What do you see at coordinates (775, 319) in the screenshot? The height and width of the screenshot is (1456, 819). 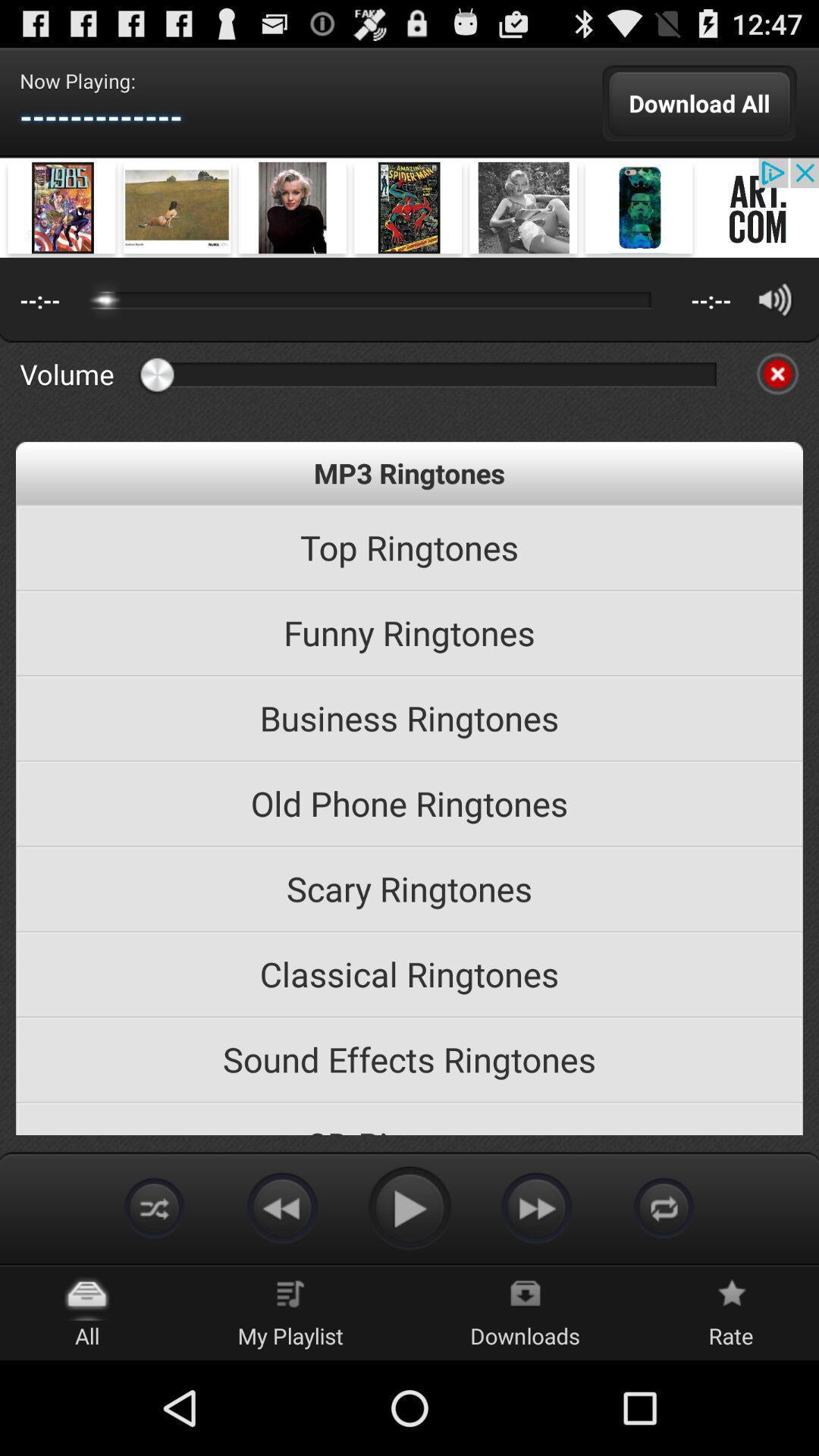 I see `the volume icon` at bounding box center [775, 319].